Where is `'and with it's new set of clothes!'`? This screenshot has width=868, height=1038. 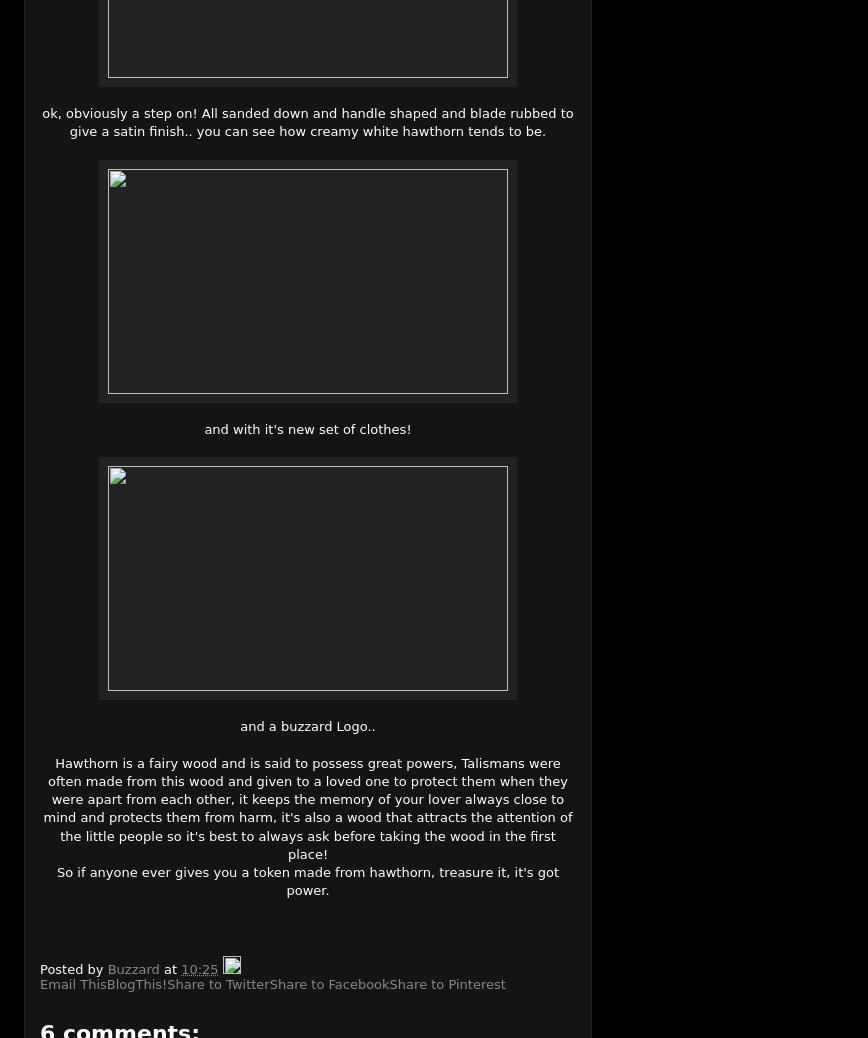 'and with it's new set of clothes!' is located at coordinates (307, 428).